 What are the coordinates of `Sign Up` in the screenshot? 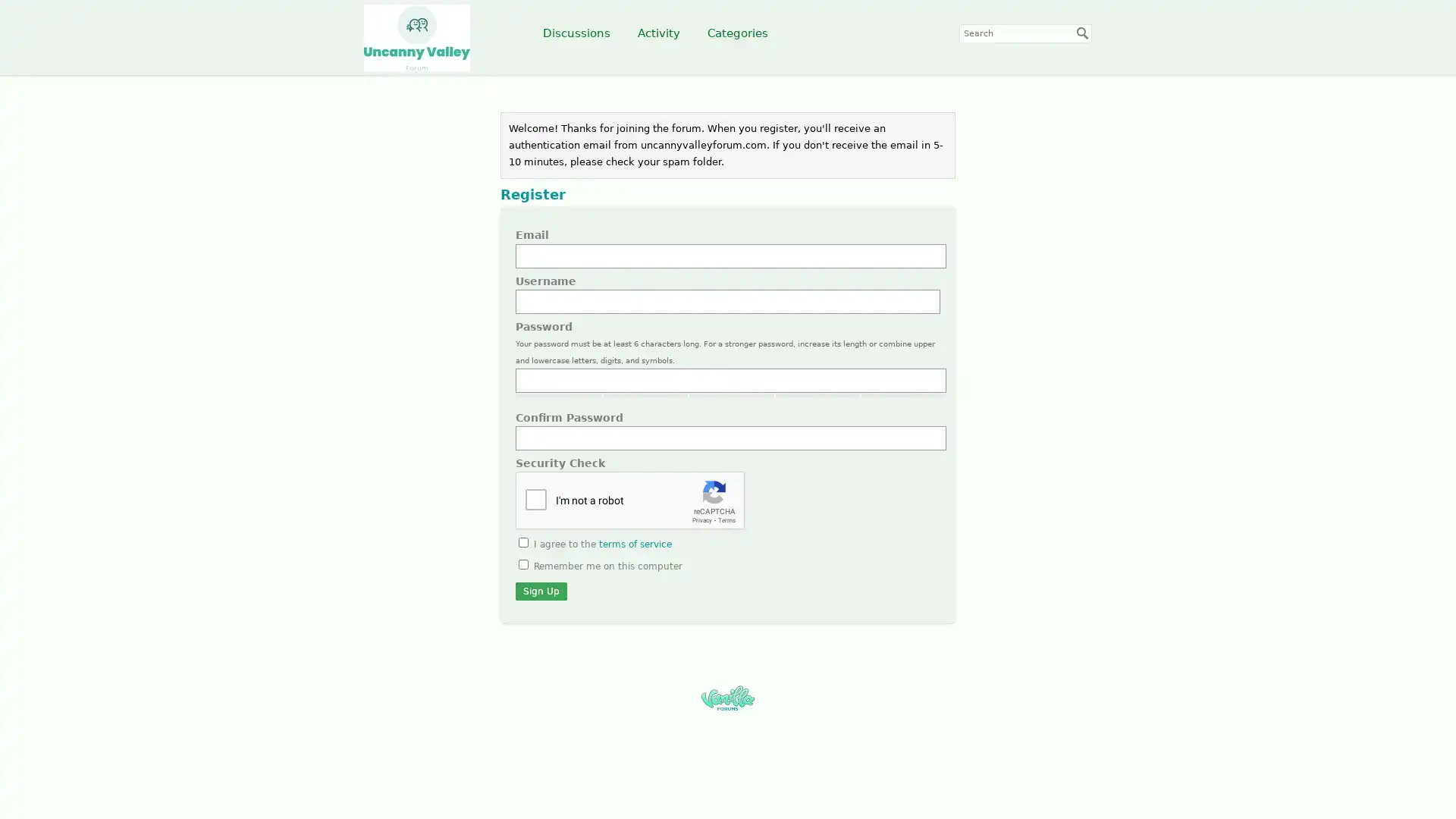 It's located at (541, 590).